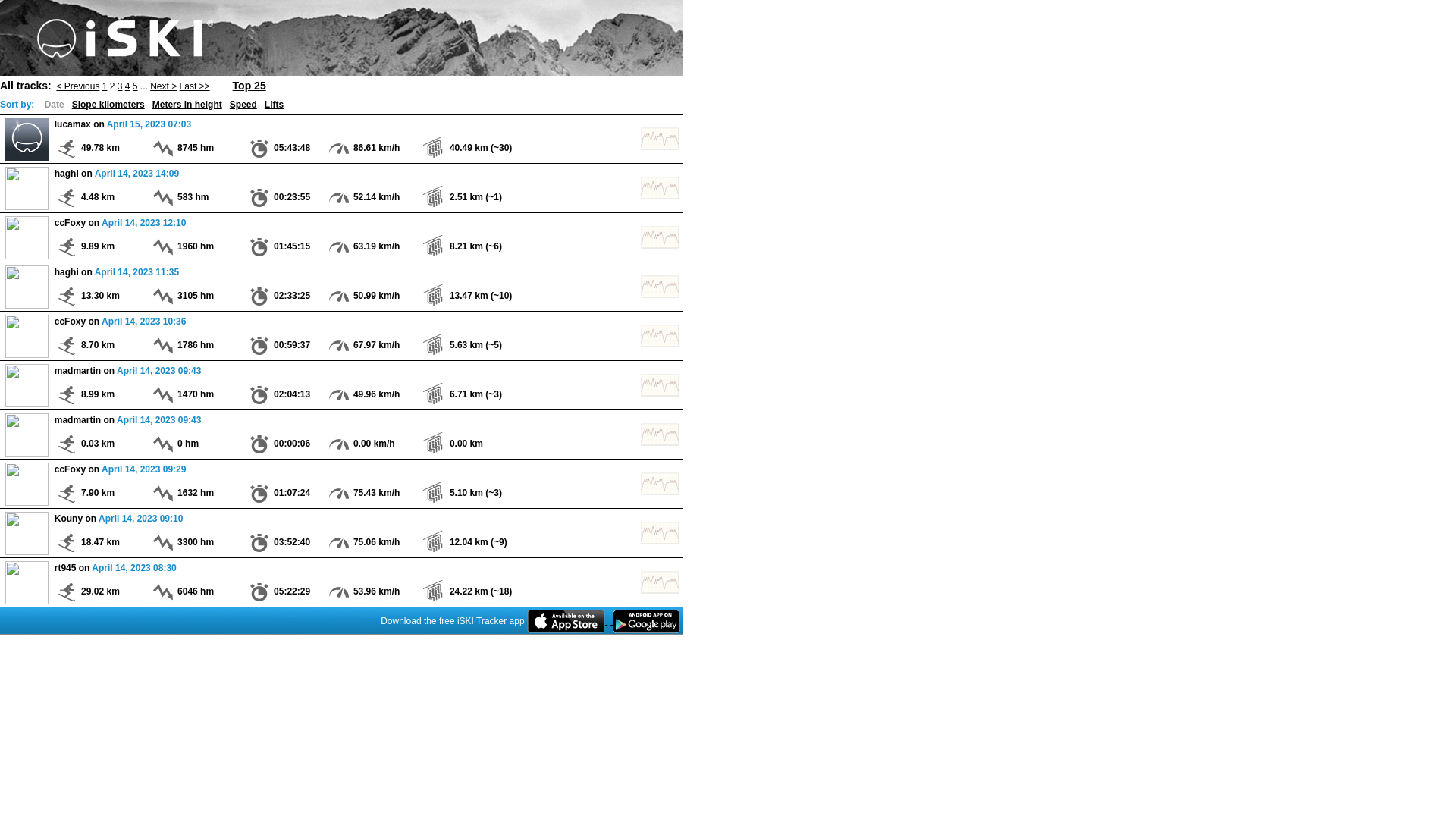 Image resolution: width=1456 pixels, height=819 pixels. I want to click on '3', so click(116, 85).